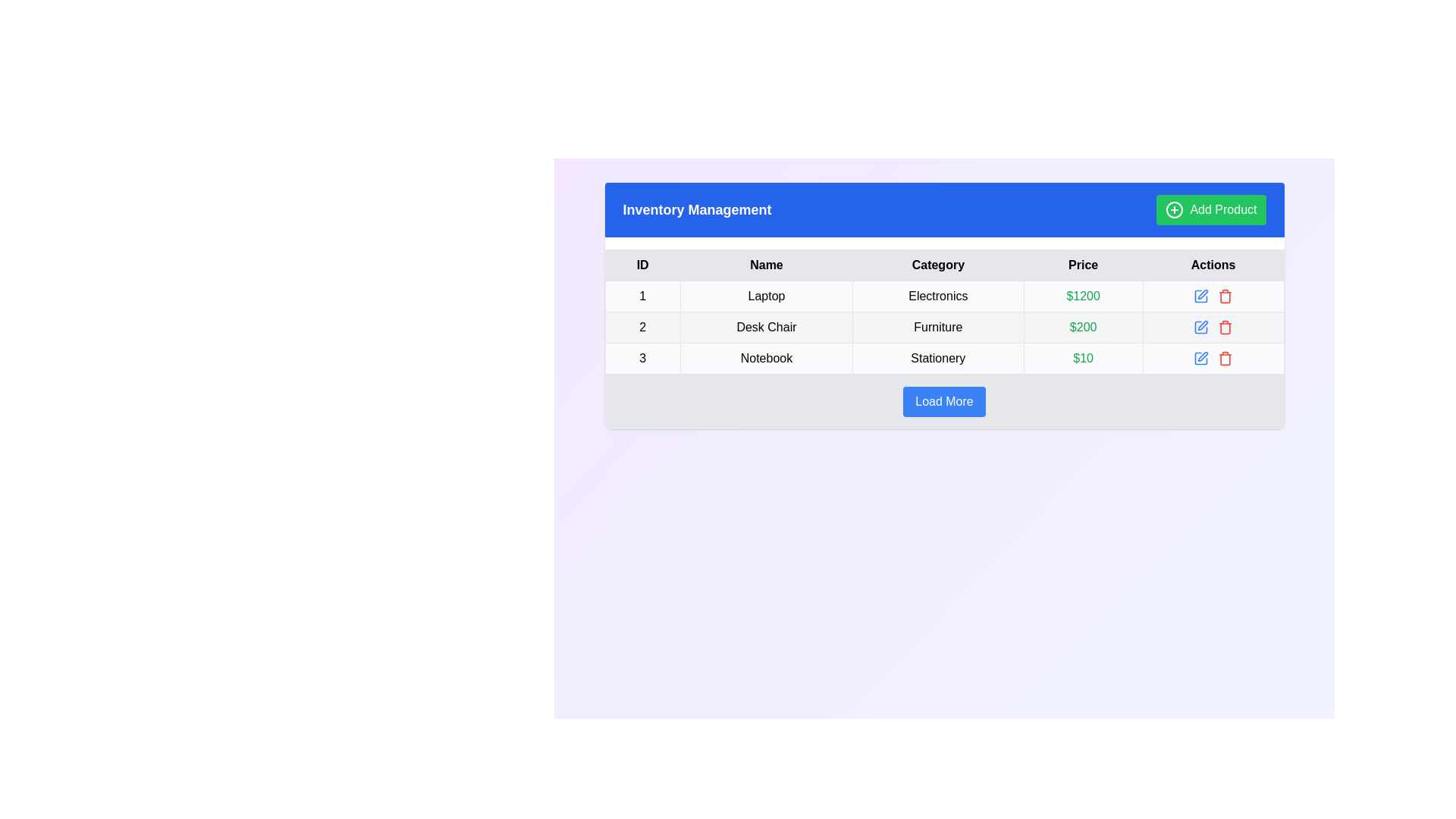 Image resolution: width=1456 pixels, height=819 pixels. Describe the element at coordinates (766, 265) in the screenshot. I see `the Table Header Cell displaying 'Name' with a gray background and black text, which is the second column header in a table row` at that location.